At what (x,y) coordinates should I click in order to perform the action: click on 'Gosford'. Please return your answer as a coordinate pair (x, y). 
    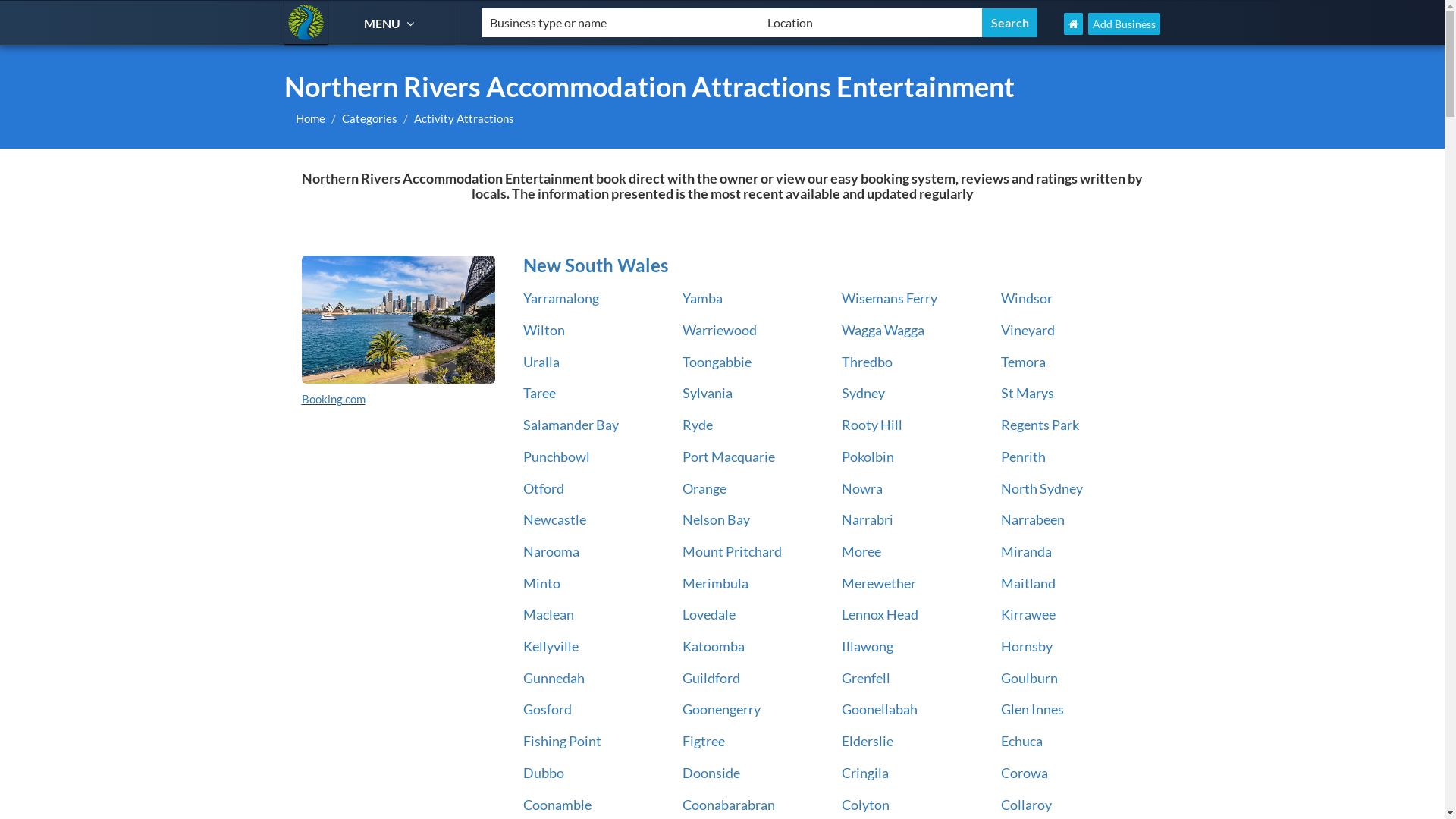
    Looking at the image, I should click on (523, 708).